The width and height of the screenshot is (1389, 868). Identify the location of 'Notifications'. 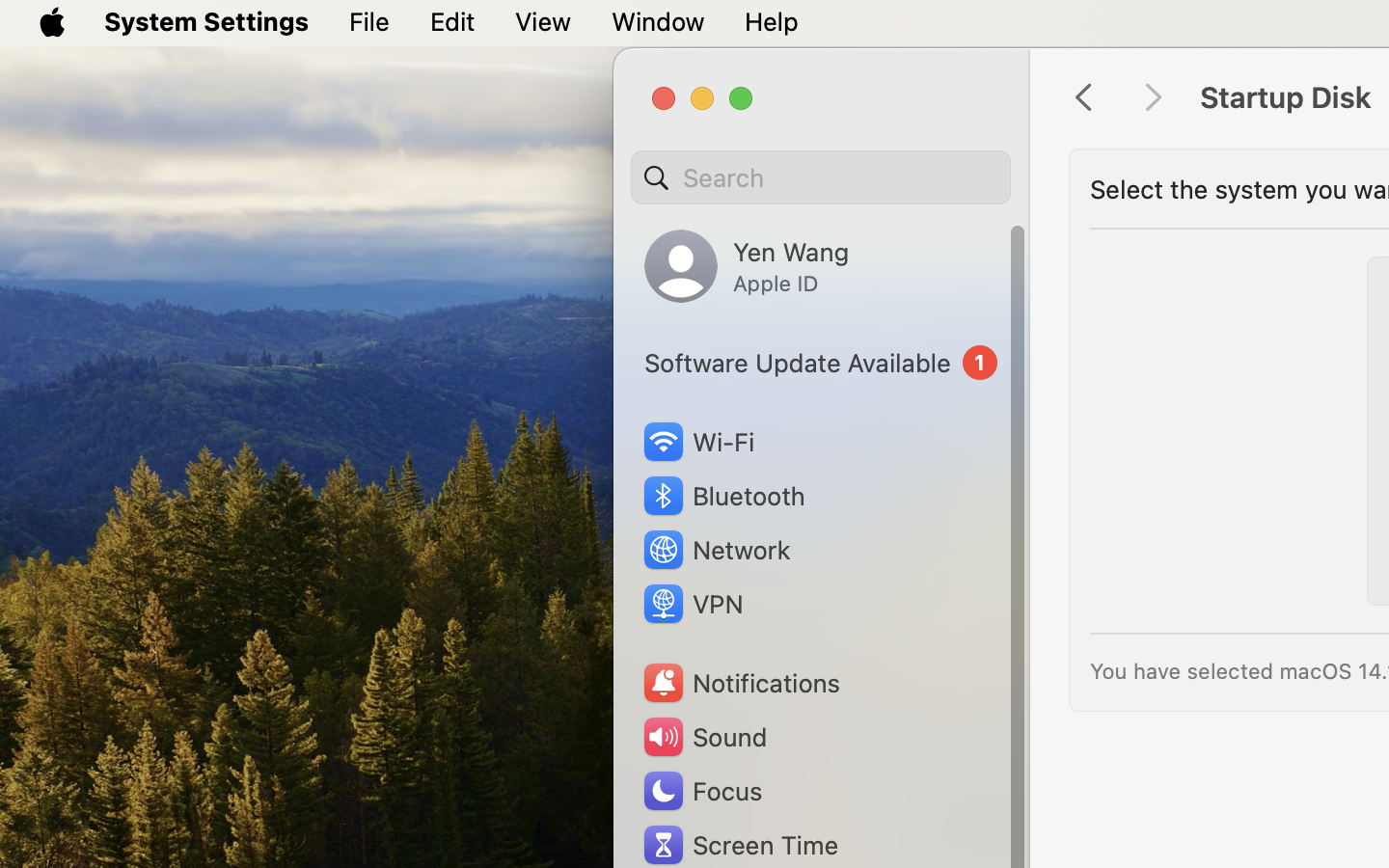
(739, 682).